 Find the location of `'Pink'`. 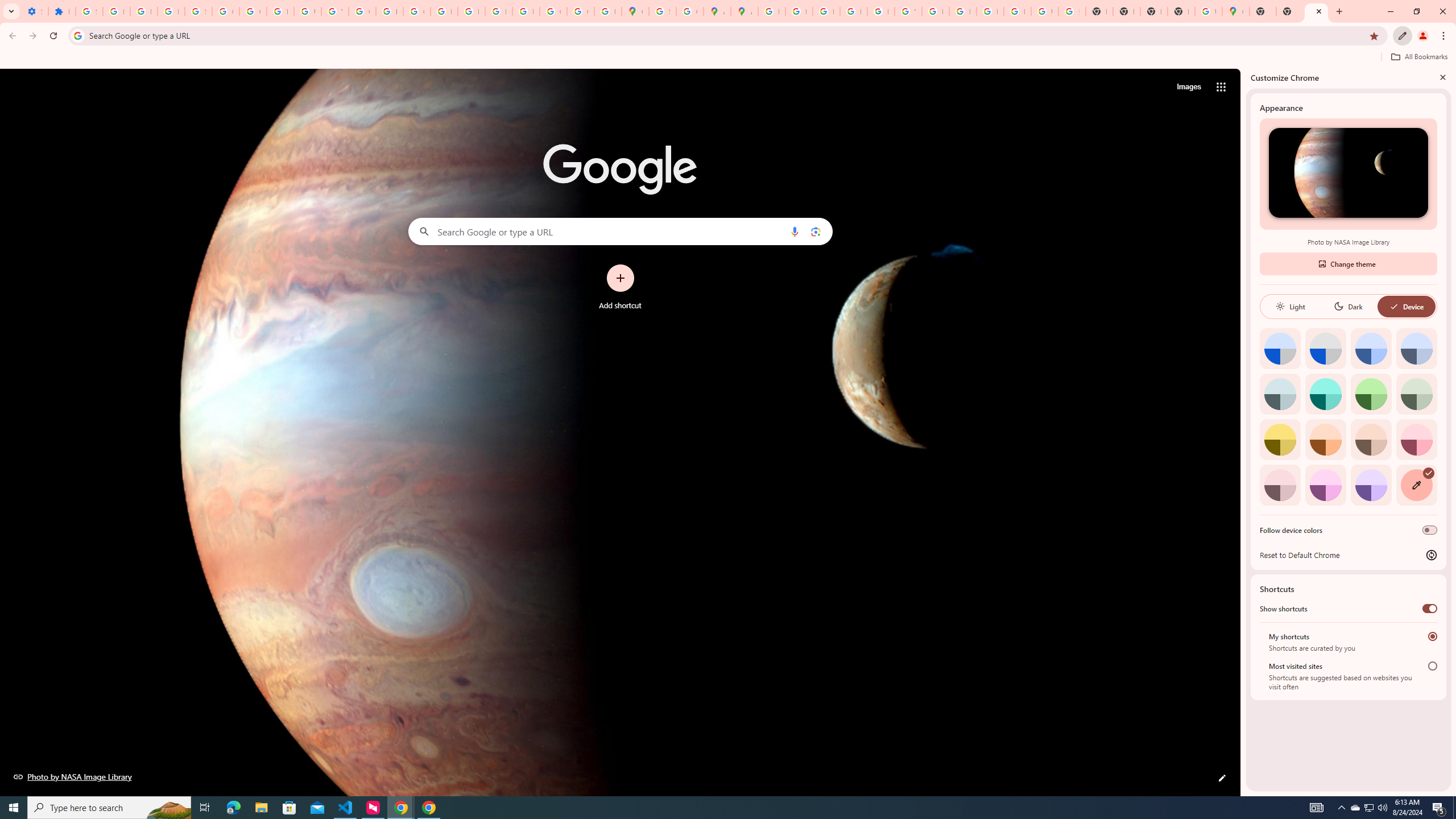

'Pink' is located at coordinates (1280, 484).